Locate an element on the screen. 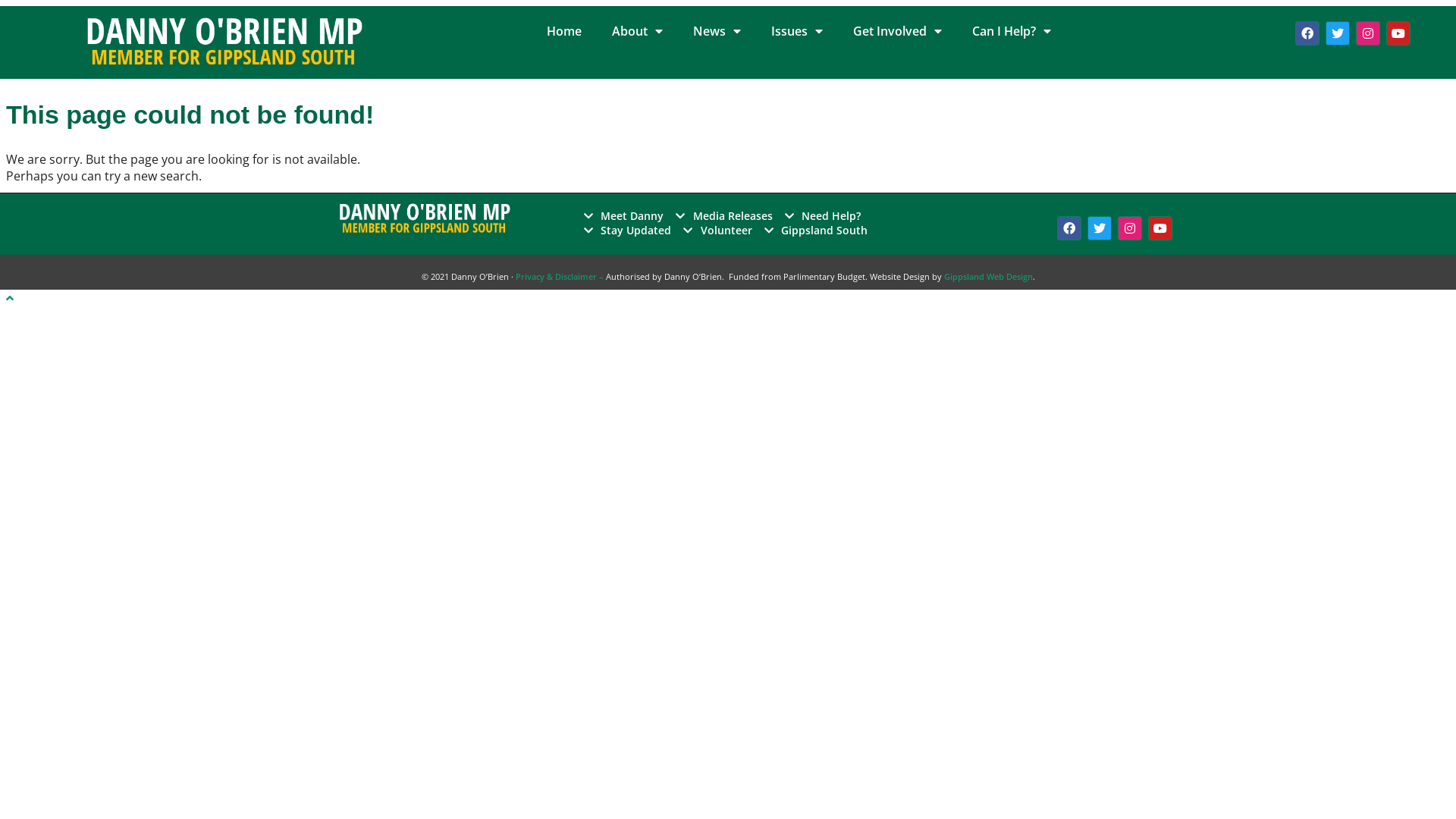  'News' is located at coordinates (716, 31).